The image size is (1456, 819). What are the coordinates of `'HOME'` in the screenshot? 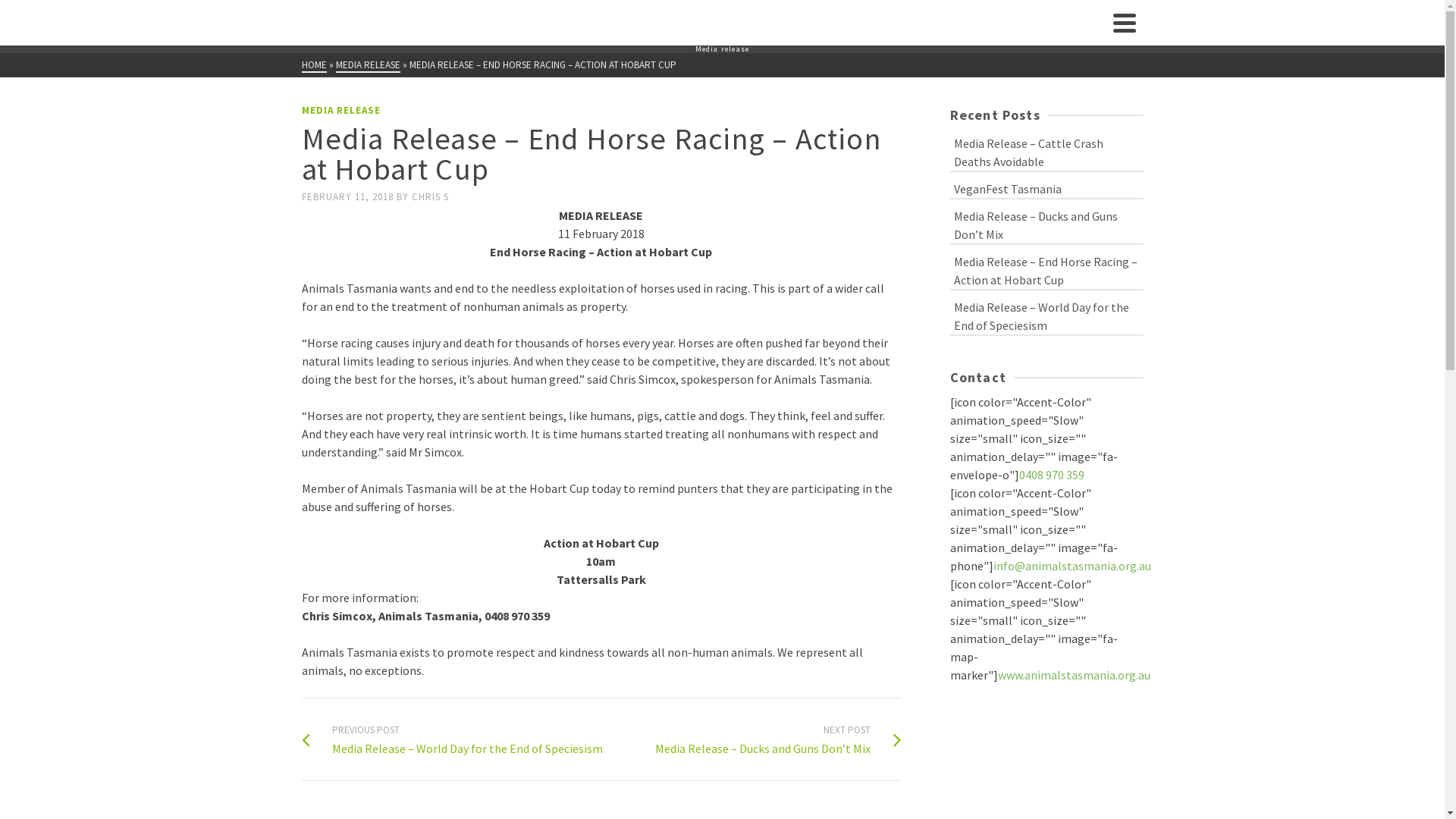 It's located at (313, 64).